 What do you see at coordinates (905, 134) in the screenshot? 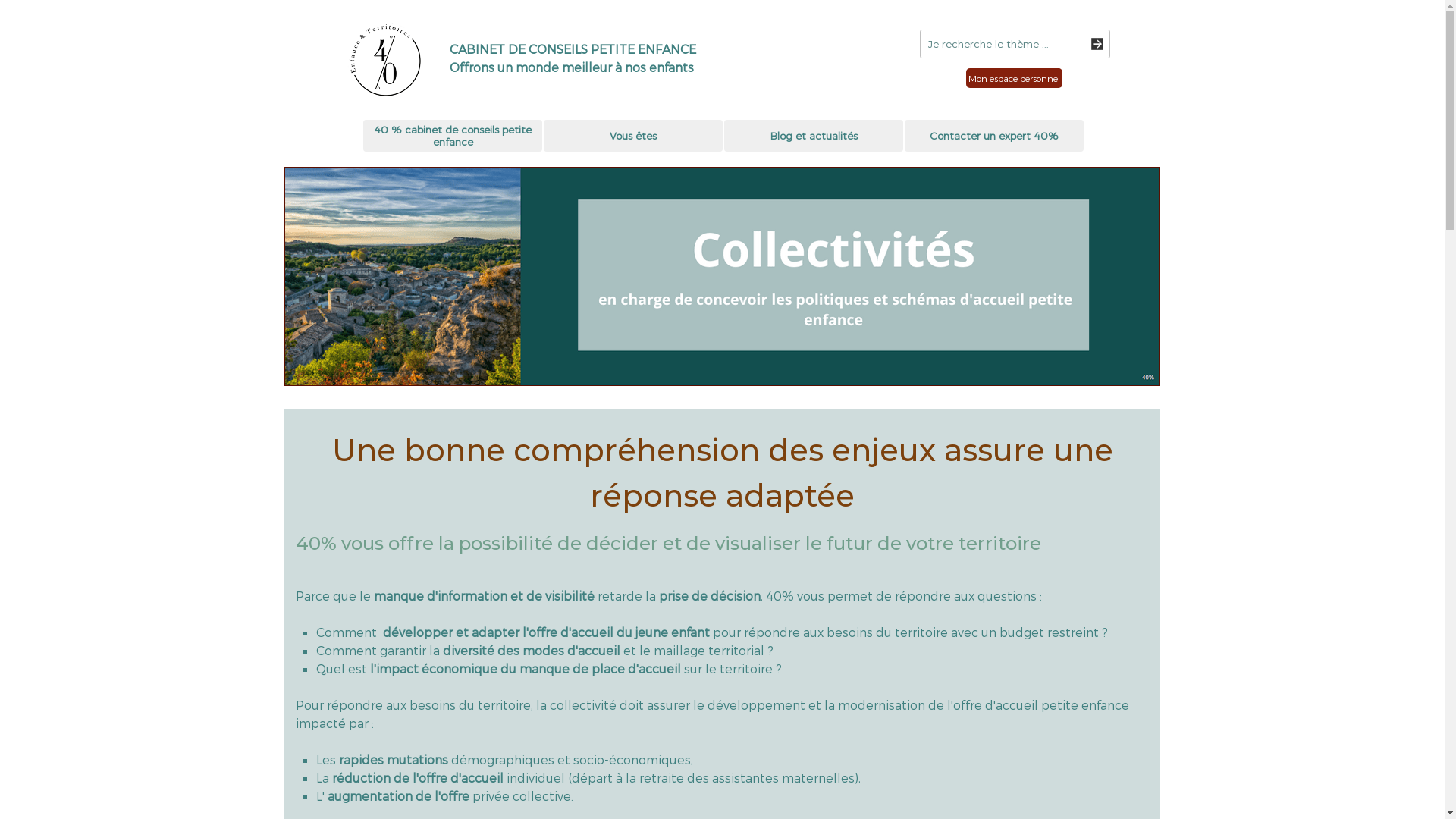
I see `'Contacter un expert 40%'` at bounding box center [905, 134].